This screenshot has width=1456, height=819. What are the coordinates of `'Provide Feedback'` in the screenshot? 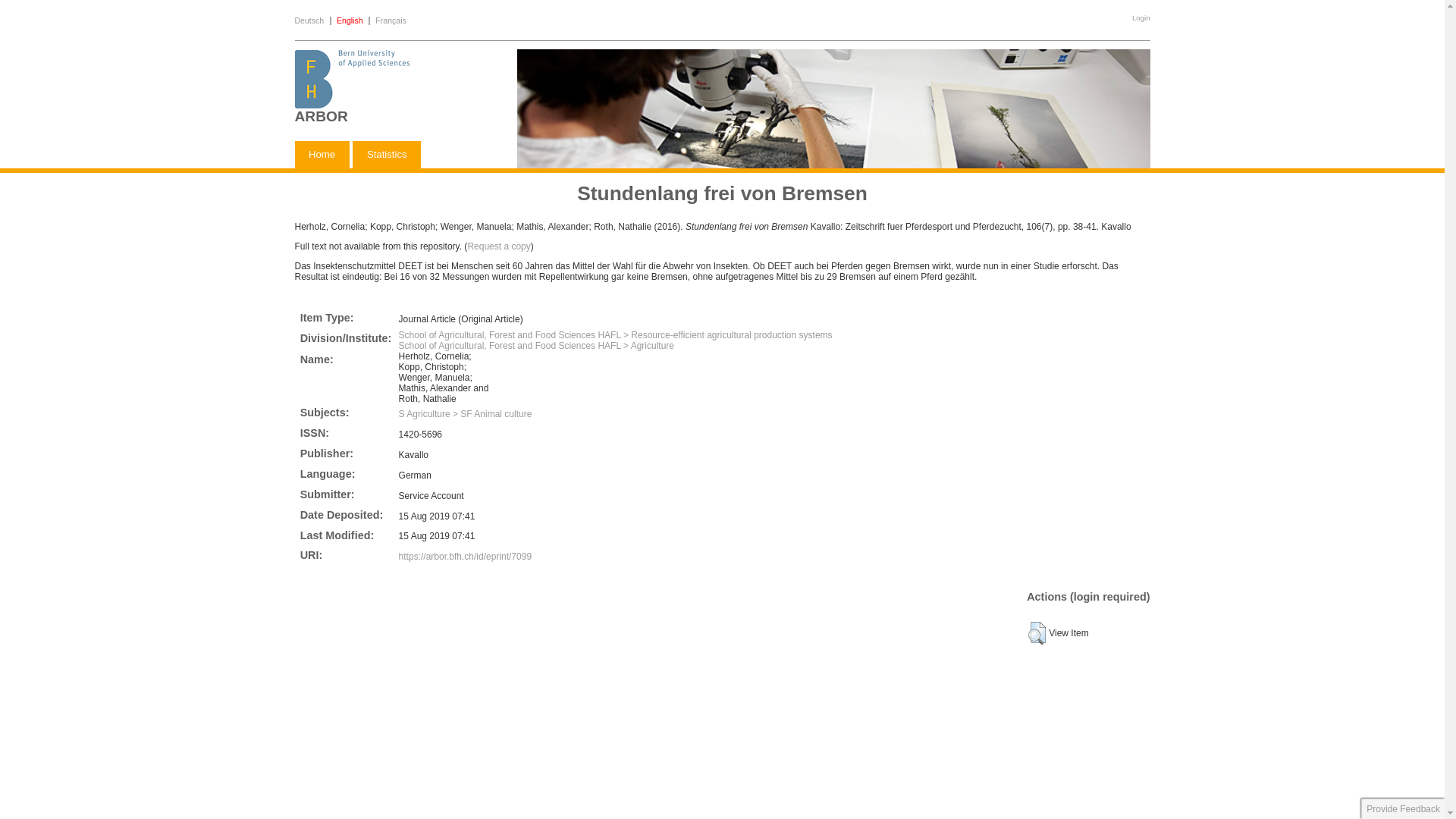 It's located at (1366, 808).